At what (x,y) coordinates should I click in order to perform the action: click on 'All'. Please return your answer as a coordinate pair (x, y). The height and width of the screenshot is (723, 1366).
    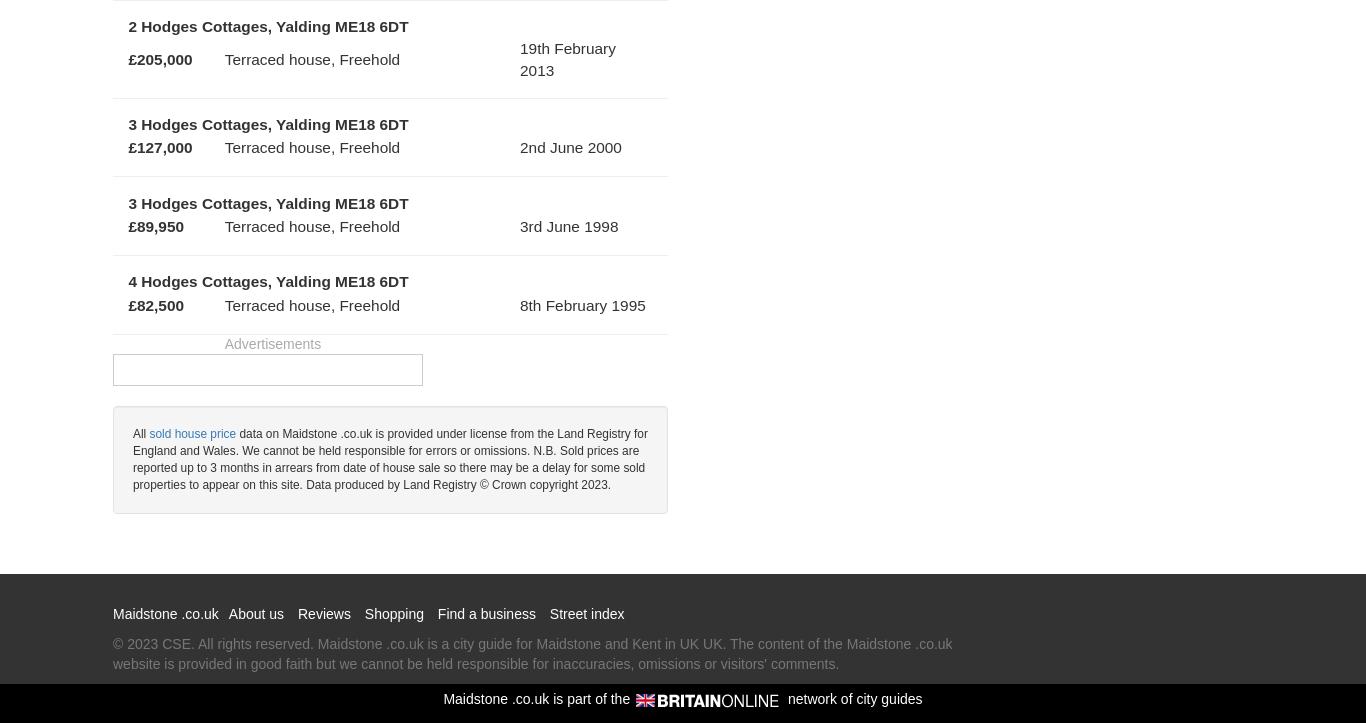
    Looking at the image, I should click on (139, 434).